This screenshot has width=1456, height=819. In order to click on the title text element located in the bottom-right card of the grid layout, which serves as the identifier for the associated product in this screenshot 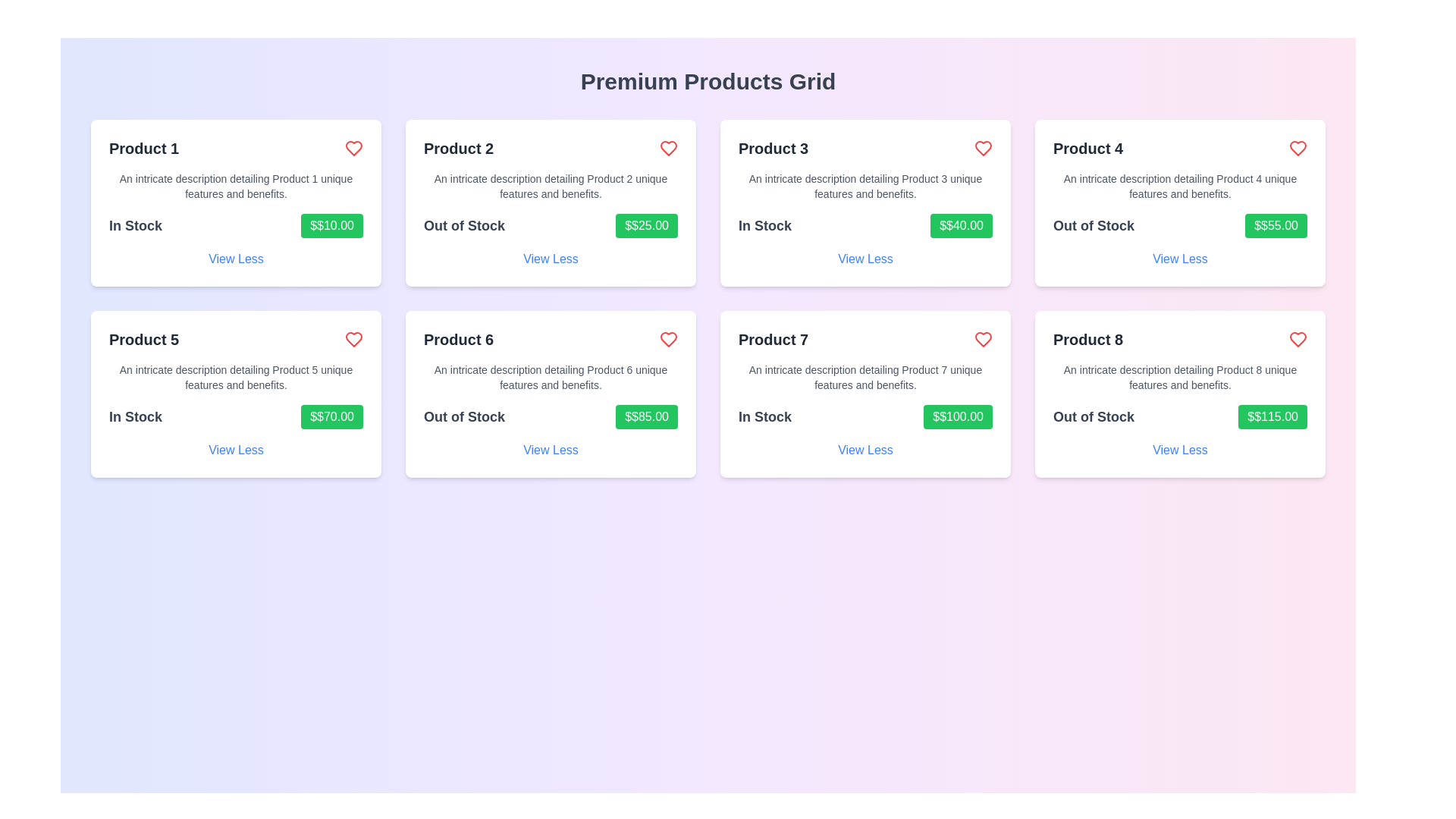, I will do `click(1087, 338)`.